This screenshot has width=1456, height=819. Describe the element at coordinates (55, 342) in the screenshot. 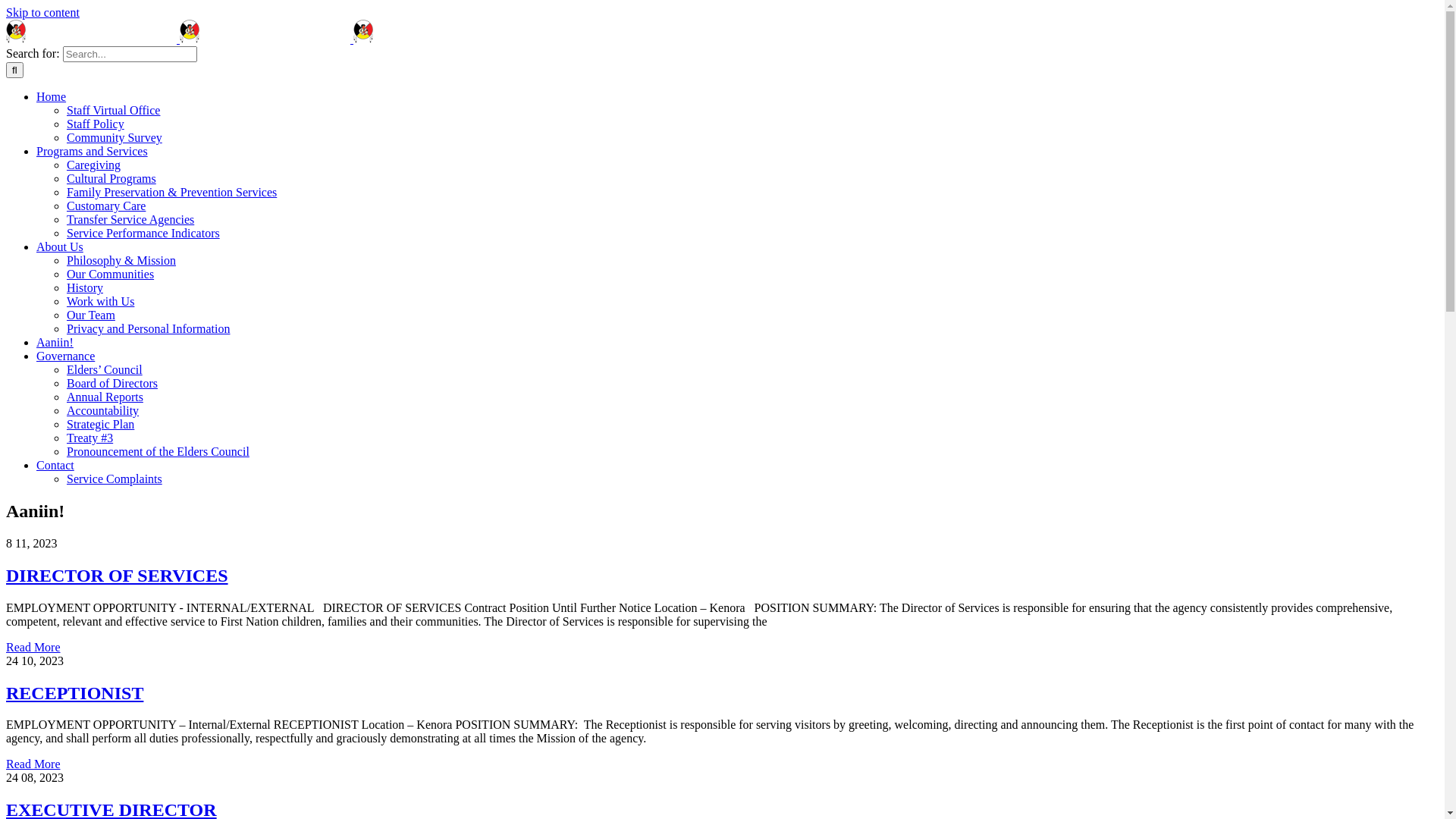

I see `'Aaniin!'` at that location.